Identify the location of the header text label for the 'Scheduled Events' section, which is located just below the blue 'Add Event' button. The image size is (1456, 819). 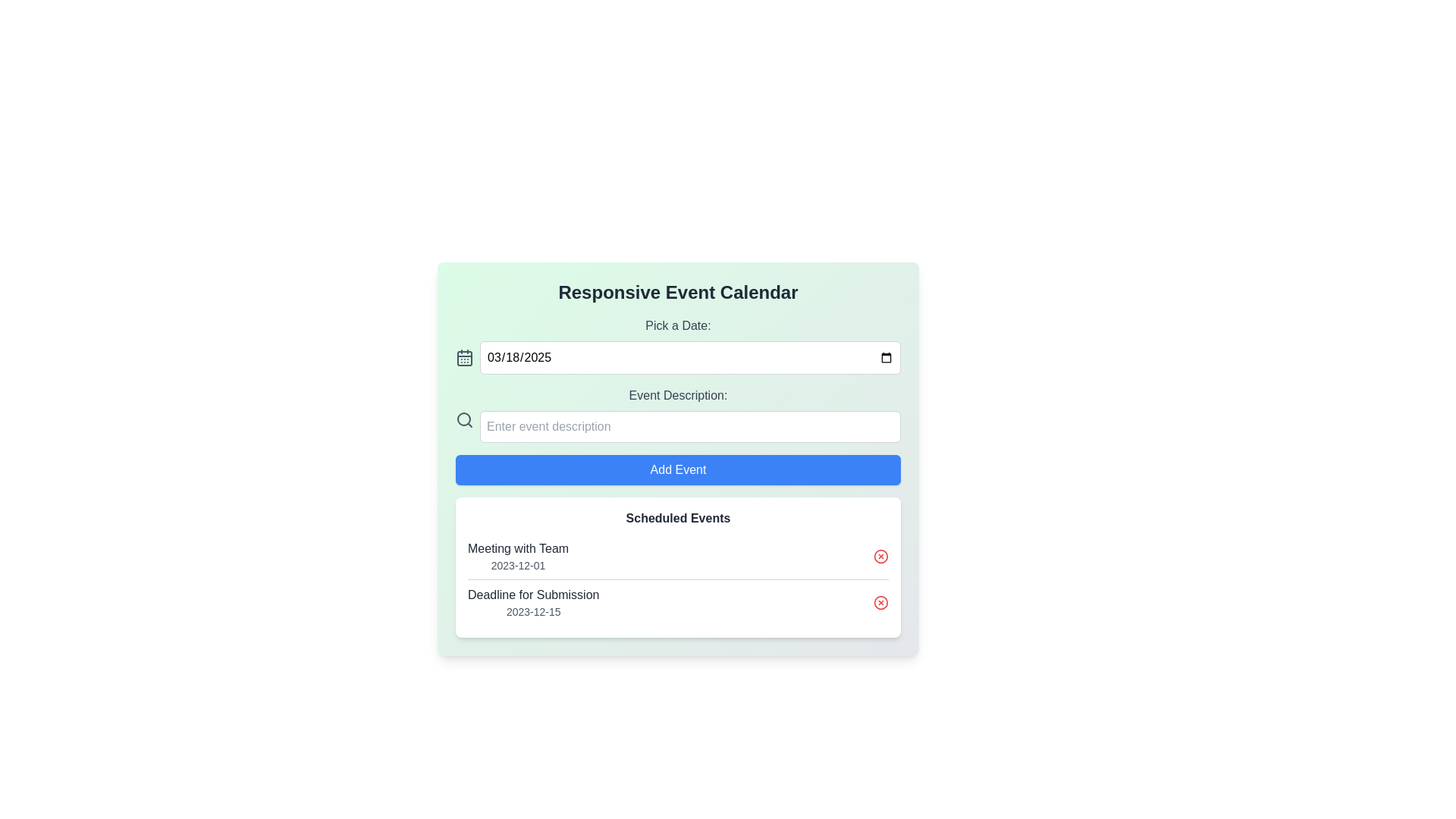
(677, 517).